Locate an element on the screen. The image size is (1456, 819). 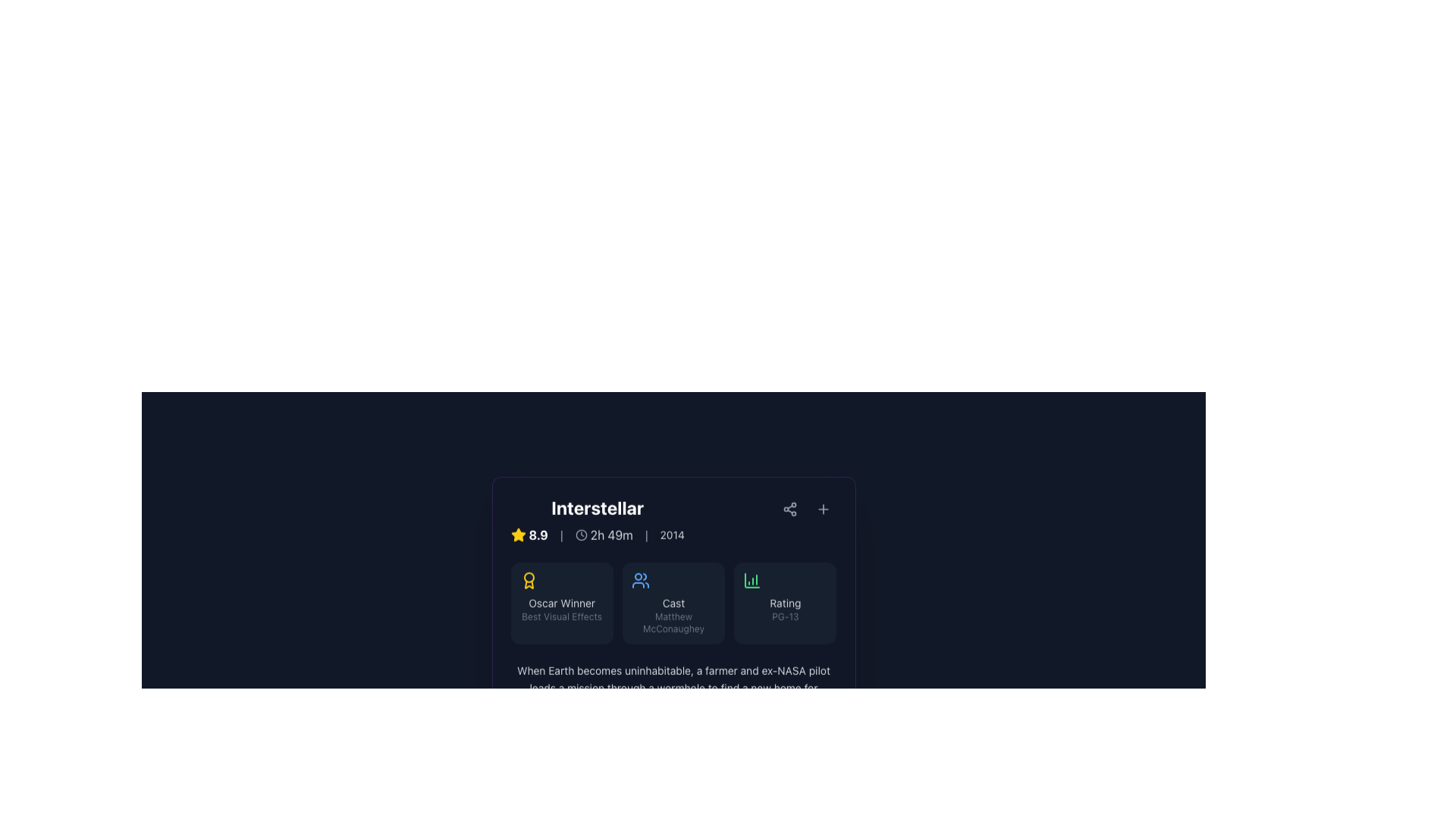
displayed title 'Interstellar' which is presented in a bold white font at the top of the card-like structure is located at coordinates (597, 507).